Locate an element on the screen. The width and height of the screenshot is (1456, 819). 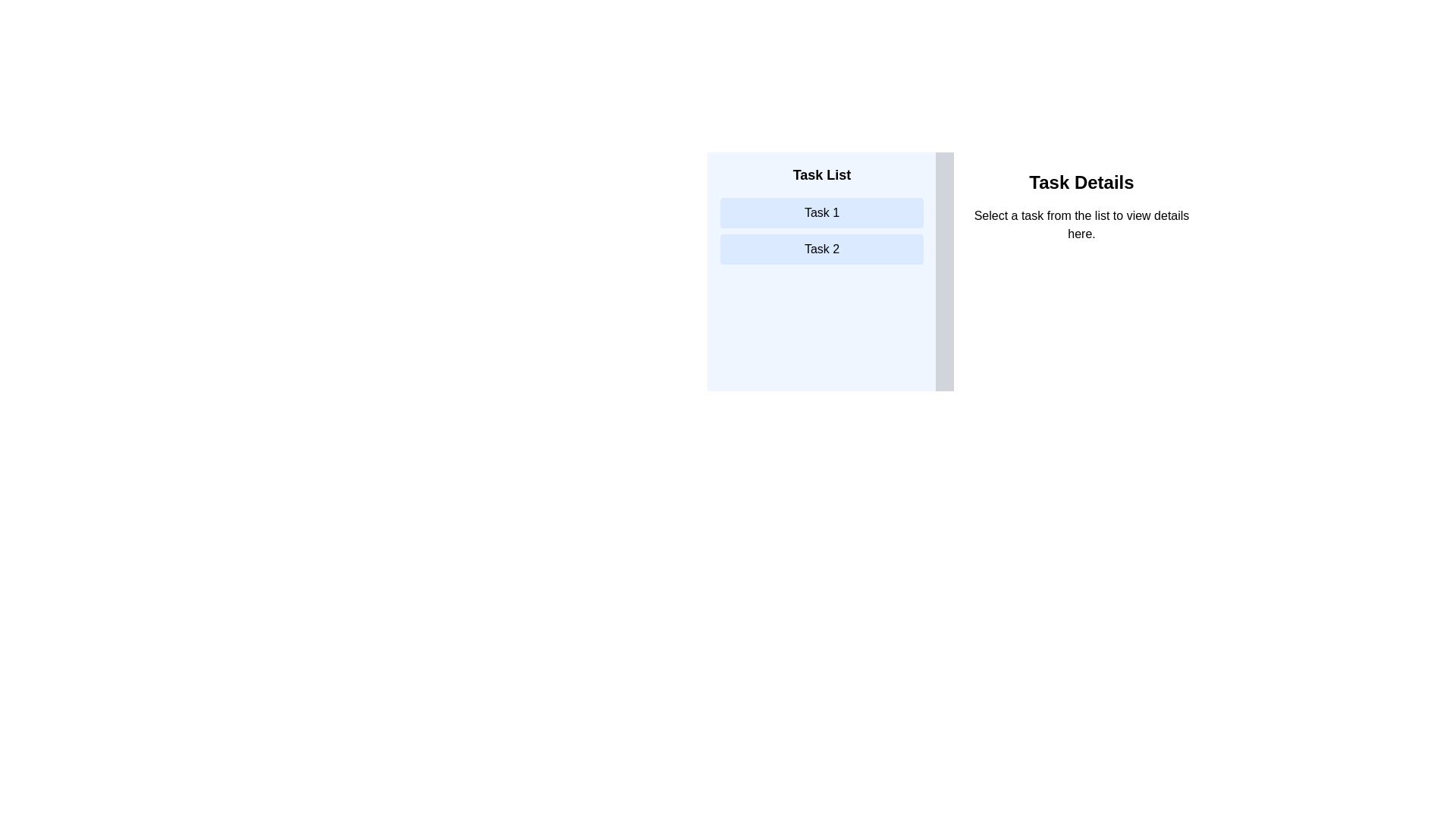
the 'Task 2' button within the 'Task List' section is located at coordinates (821, 248).